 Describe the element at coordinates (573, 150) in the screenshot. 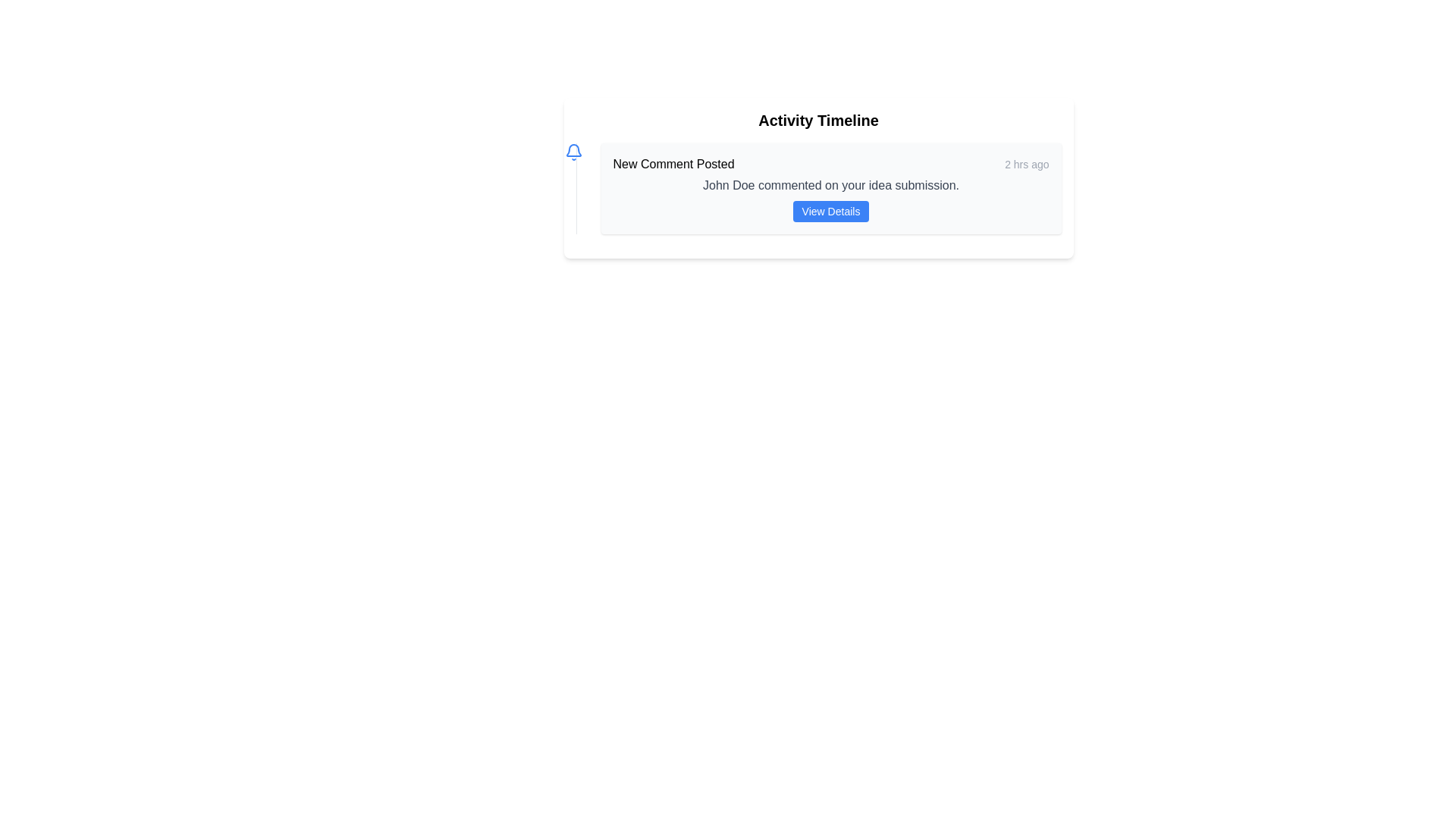

I see `the notification indicator icon located in the top-left area of the 'Activity Timeline' section, which signals new alerts or updates` at that location.